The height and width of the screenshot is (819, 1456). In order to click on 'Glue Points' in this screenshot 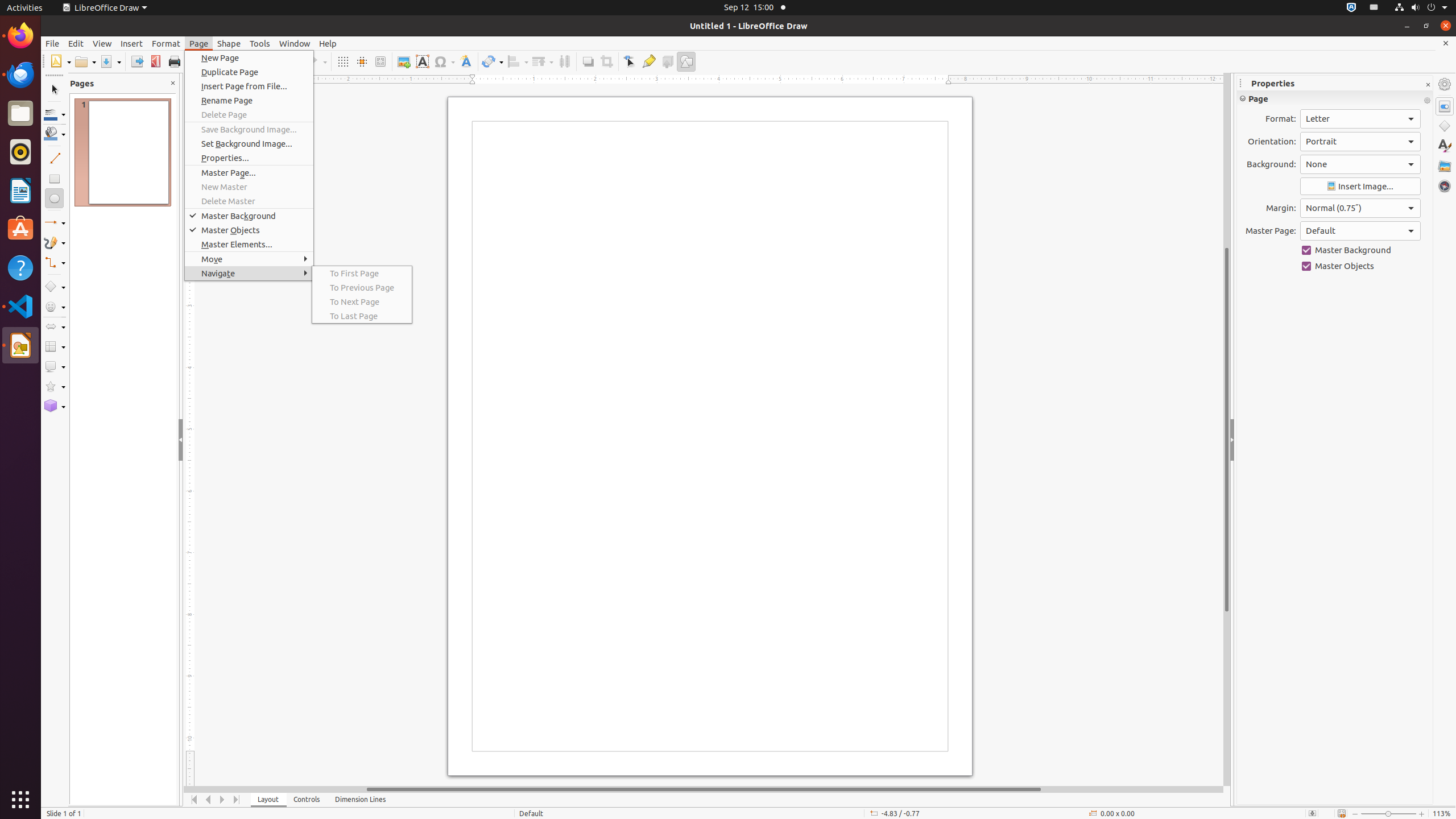, I will do `click(648, 61)`.